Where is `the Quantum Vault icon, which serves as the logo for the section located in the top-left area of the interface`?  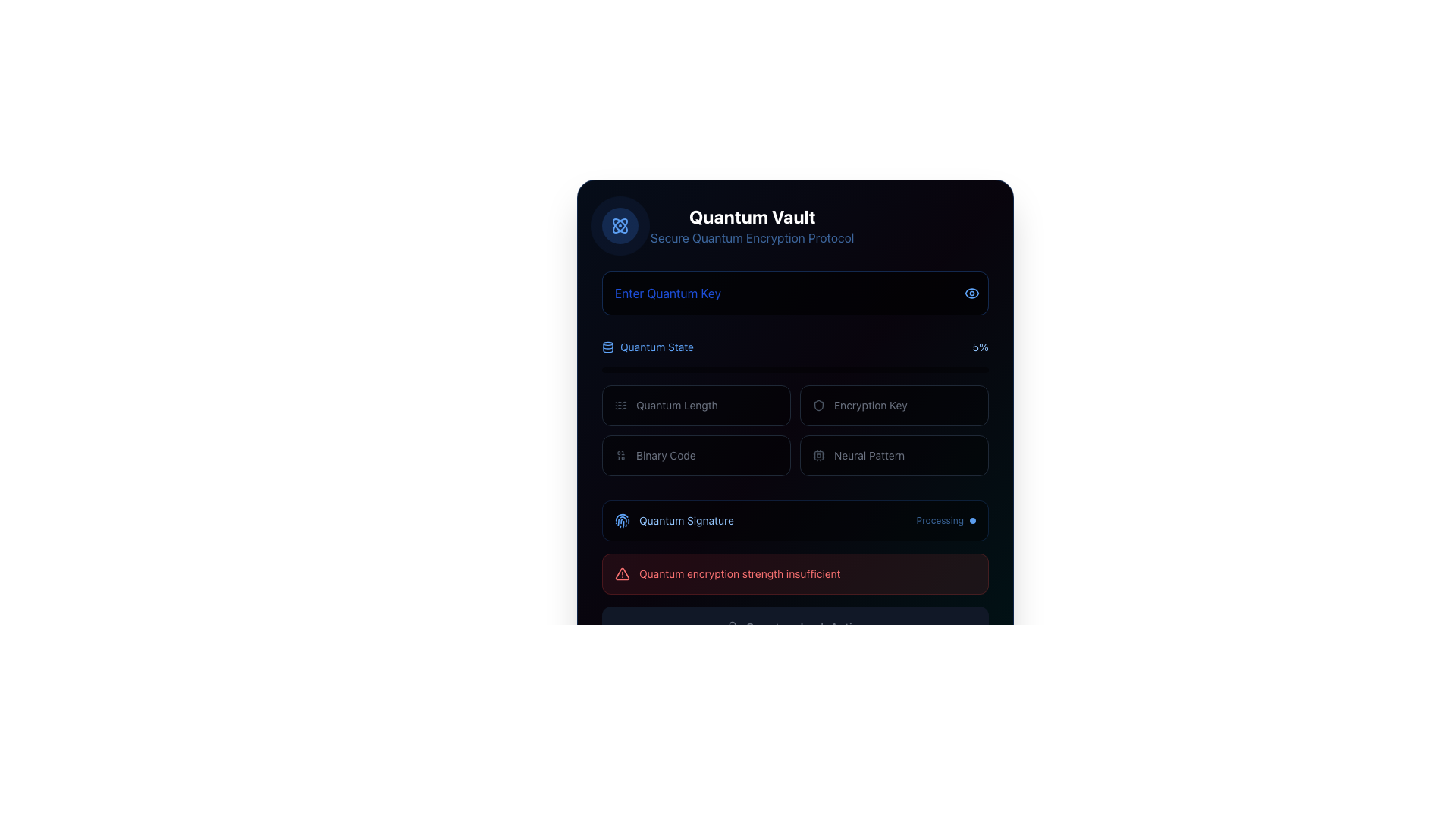 the Quantum Vault icon, which serves as the logo for the section located in the top-left area of the interface is located at coordinates (620, 225).